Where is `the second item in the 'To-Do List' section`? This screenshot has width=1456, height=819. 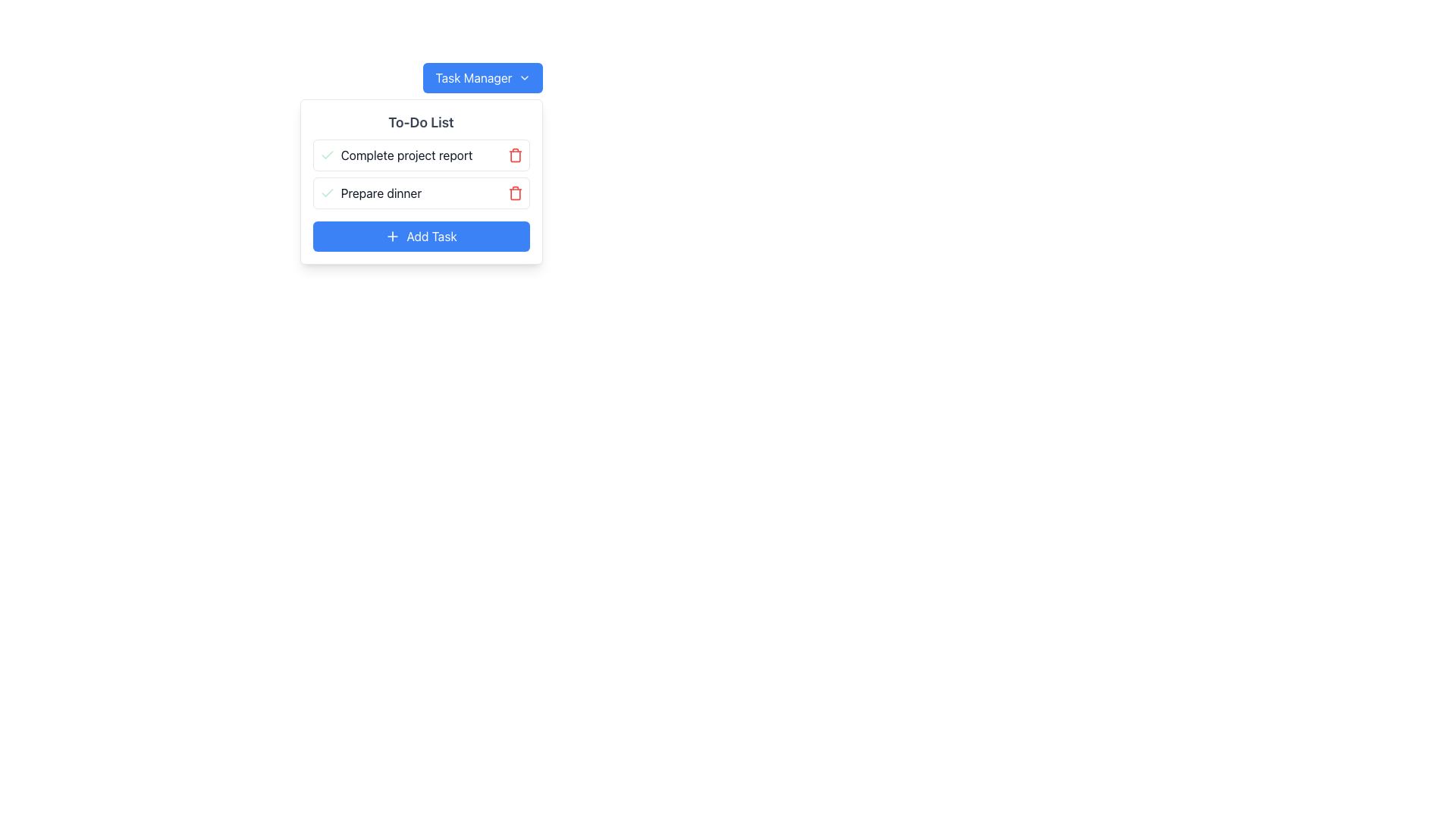 the second item in the 'To-Do List' section is located at coordinates (421, 180).